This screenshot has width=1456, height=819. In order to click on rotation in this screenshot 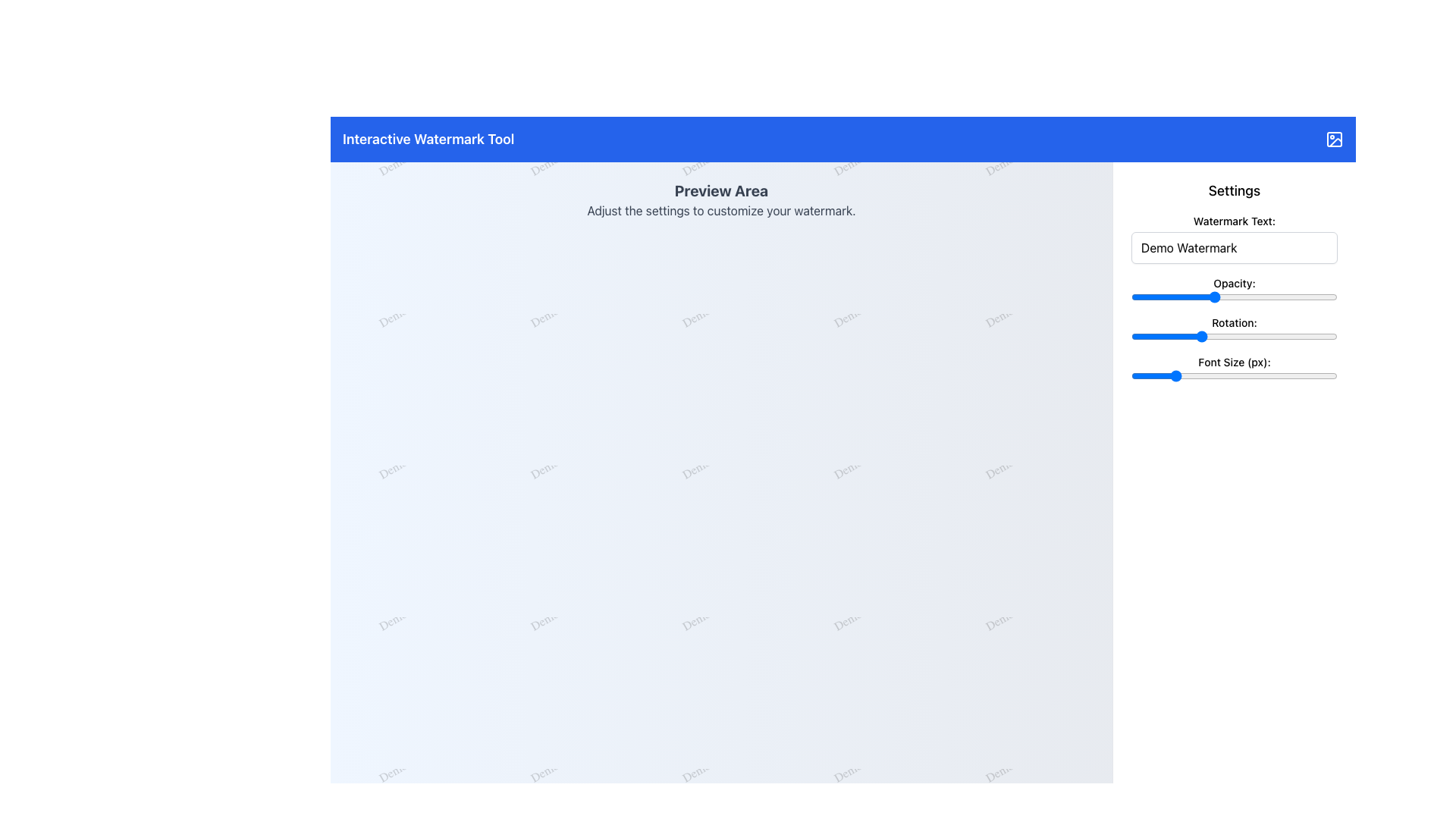, I will do `click(1231, 335)`.